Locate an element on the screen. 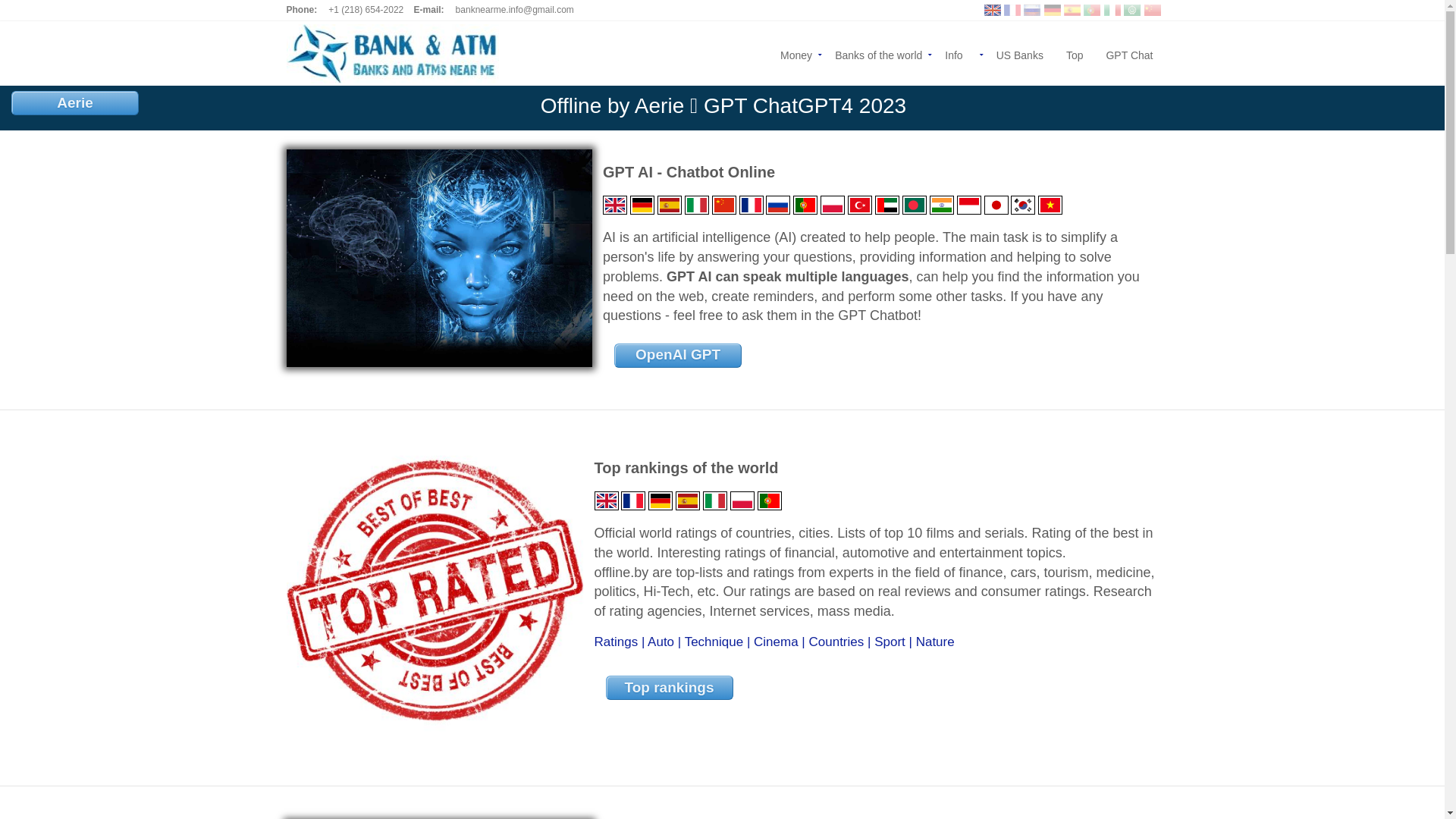 The height and width of the screenshot is (819, 1456). 'Technique' is located at coordinates (713, 642).